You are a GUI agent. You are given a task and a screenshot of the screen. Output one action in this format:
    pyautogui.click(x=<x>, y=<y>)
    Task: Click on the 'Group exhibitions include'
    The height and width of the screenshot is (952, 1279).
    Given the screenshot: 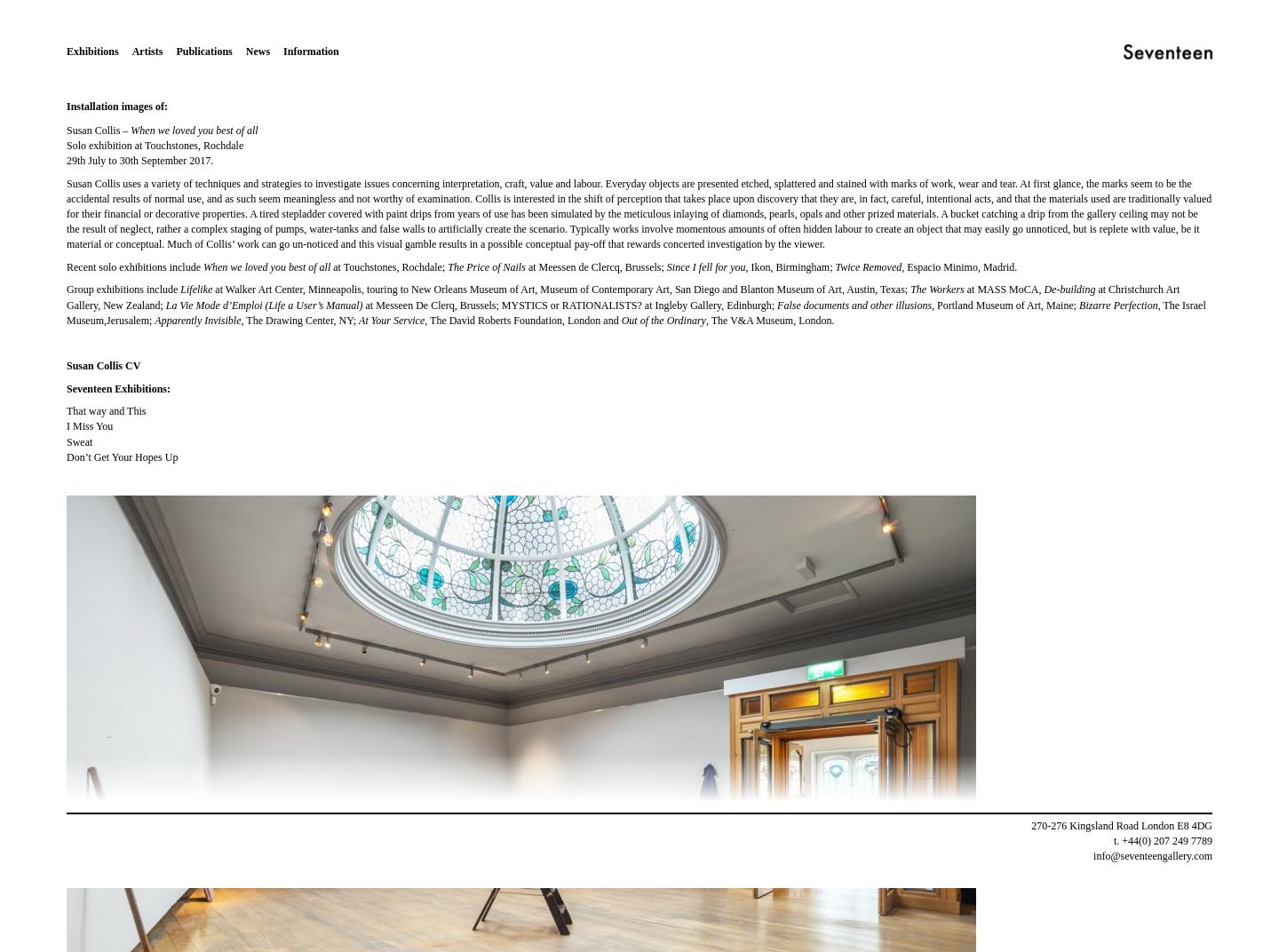 What is the action you would take?
    pyautogui.click(x=122, y=288)
    